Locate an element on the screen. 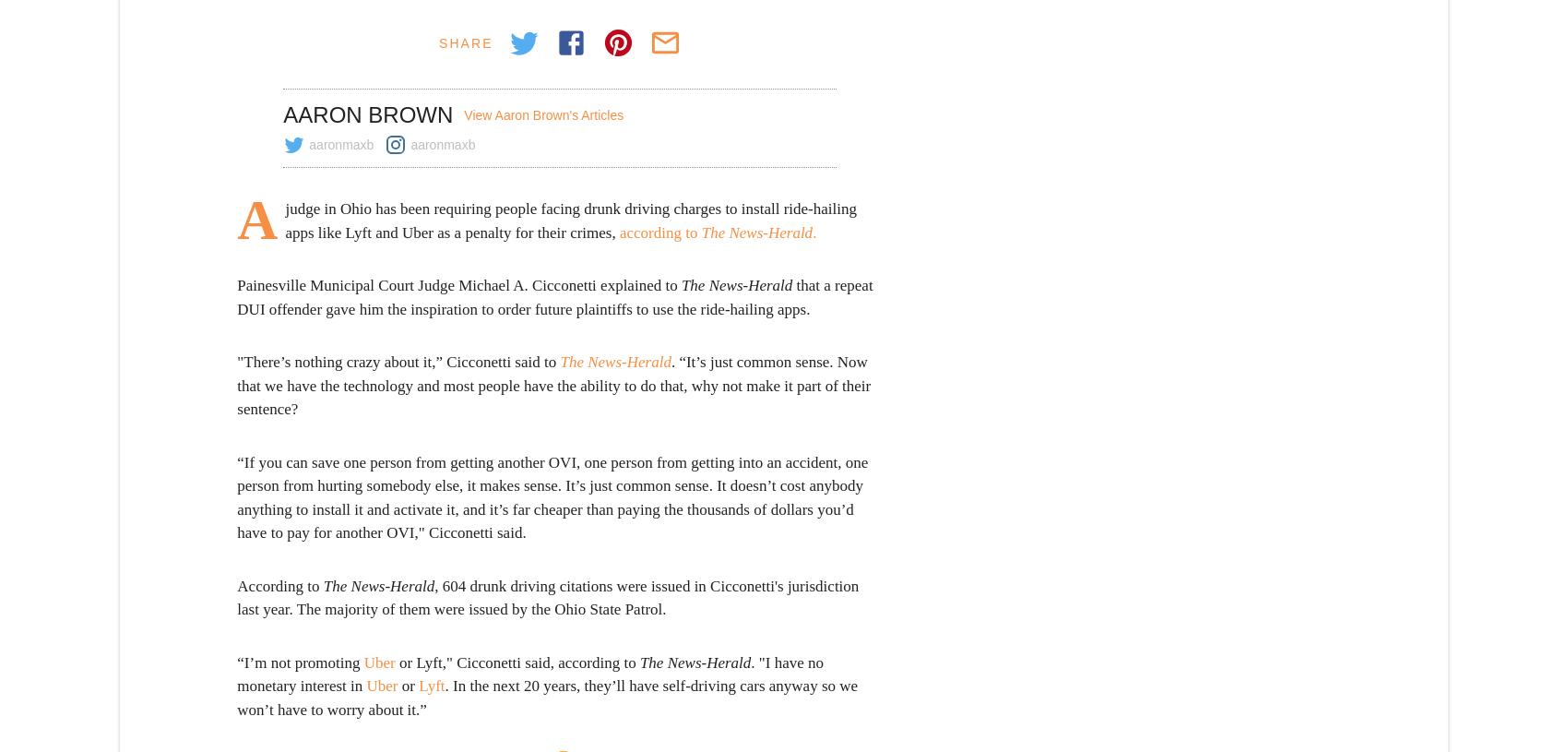 This screenshot has height=752, width=1568. '"There’s nothing crazy about it,” Cicconetti said to' is located at coordinates (398, 361).